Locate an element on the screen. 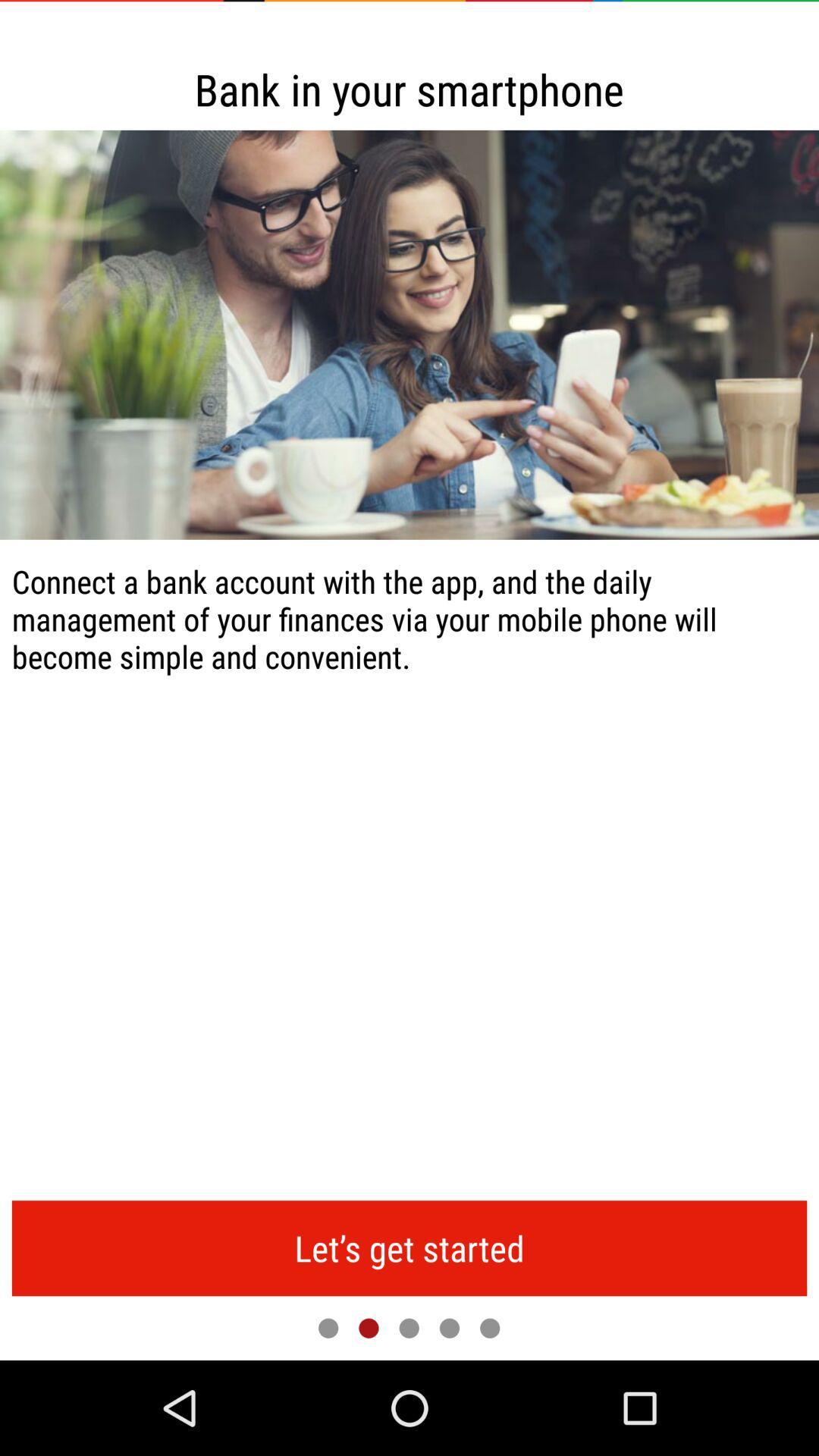  the let s get item is located at coordinates (409, 1248).